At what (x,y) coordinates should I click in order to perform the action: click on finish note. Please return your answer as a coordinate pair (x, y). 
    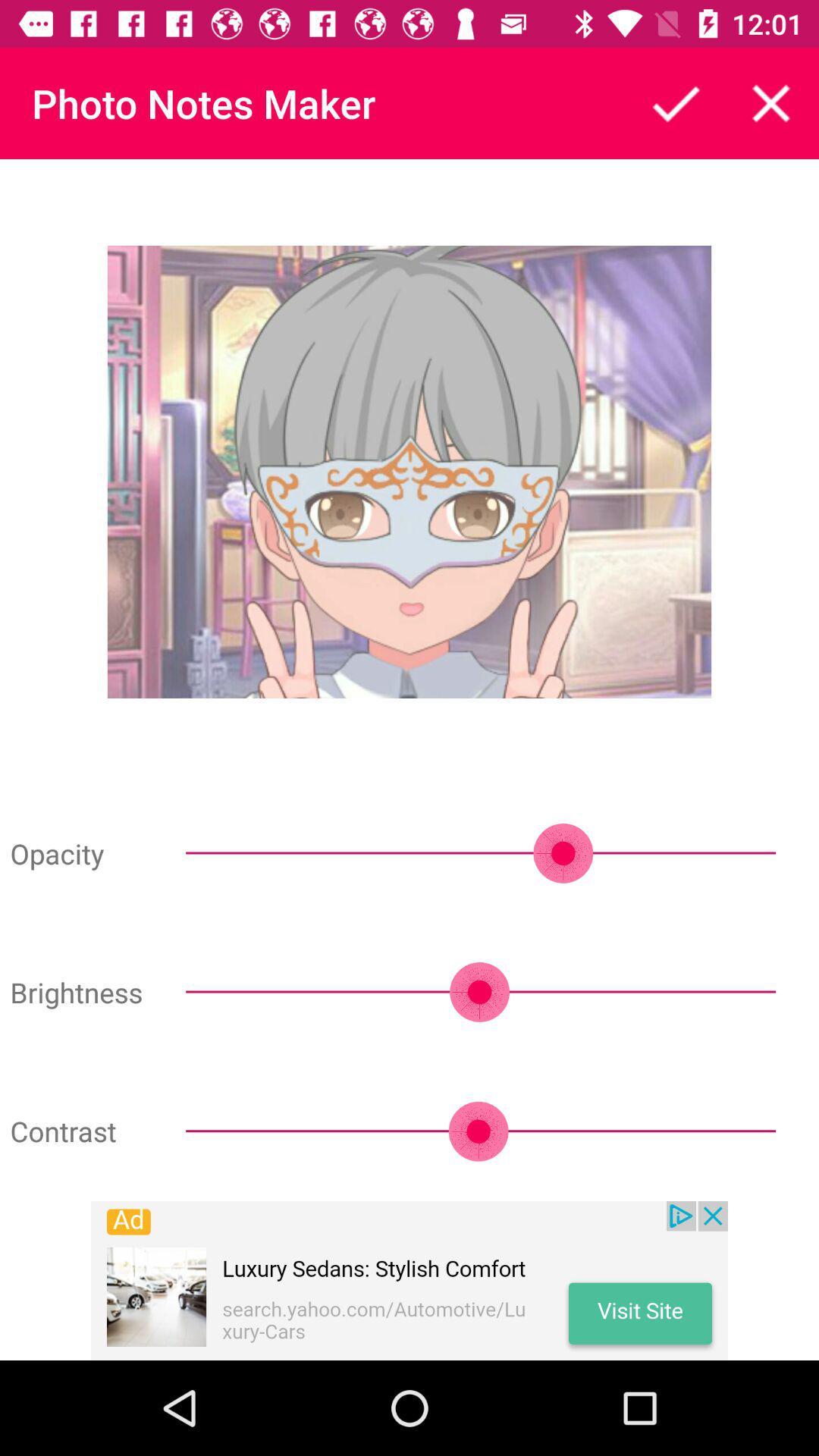
    Looking at the image, I should click on (675, 102).